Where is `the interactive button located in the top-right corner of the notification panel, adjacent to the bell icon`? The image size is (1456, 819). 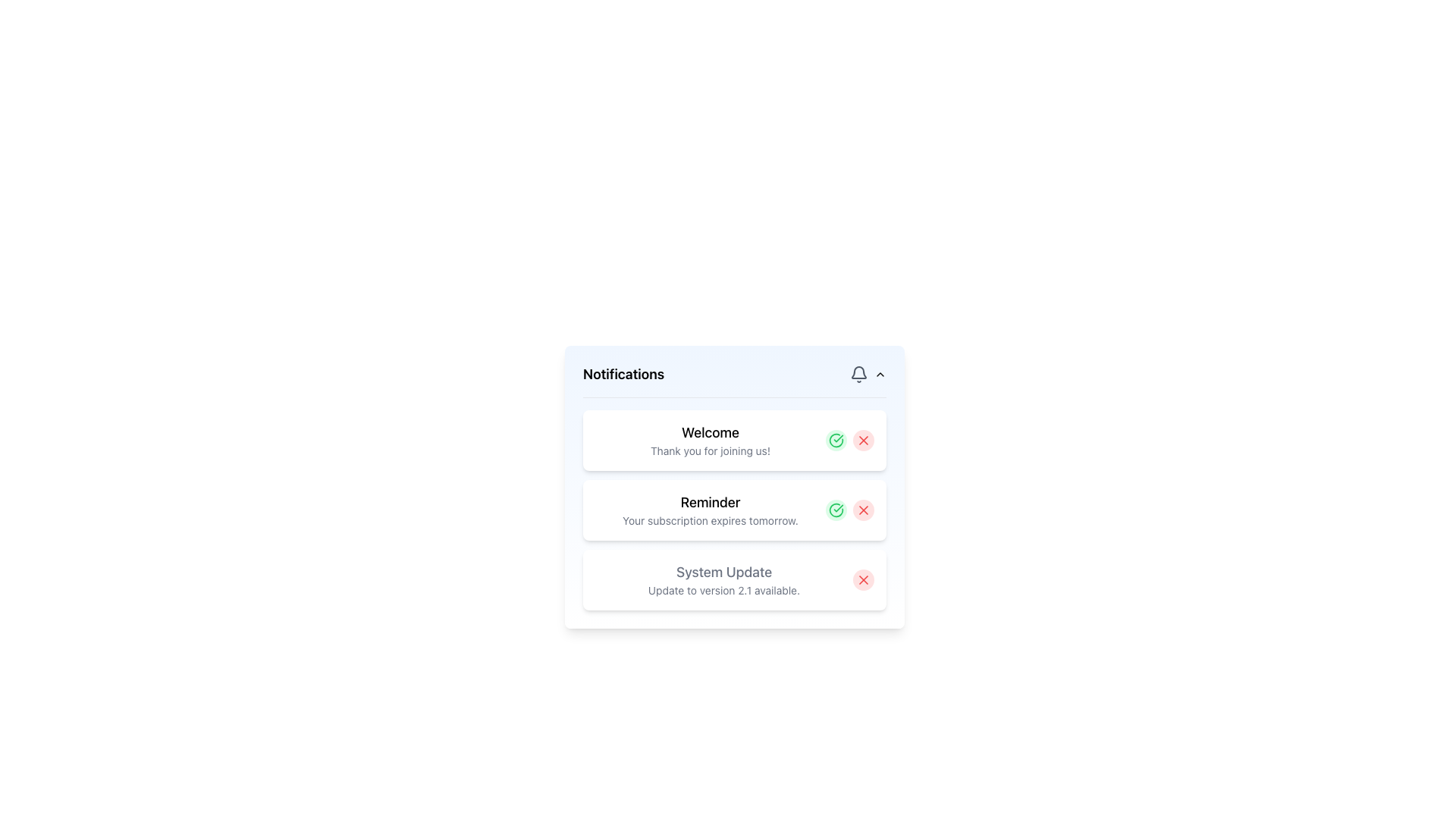 the interactive button located in the top-right corner of the notification panel, adjacent to the bell icon is located at coordinates (880, 374).